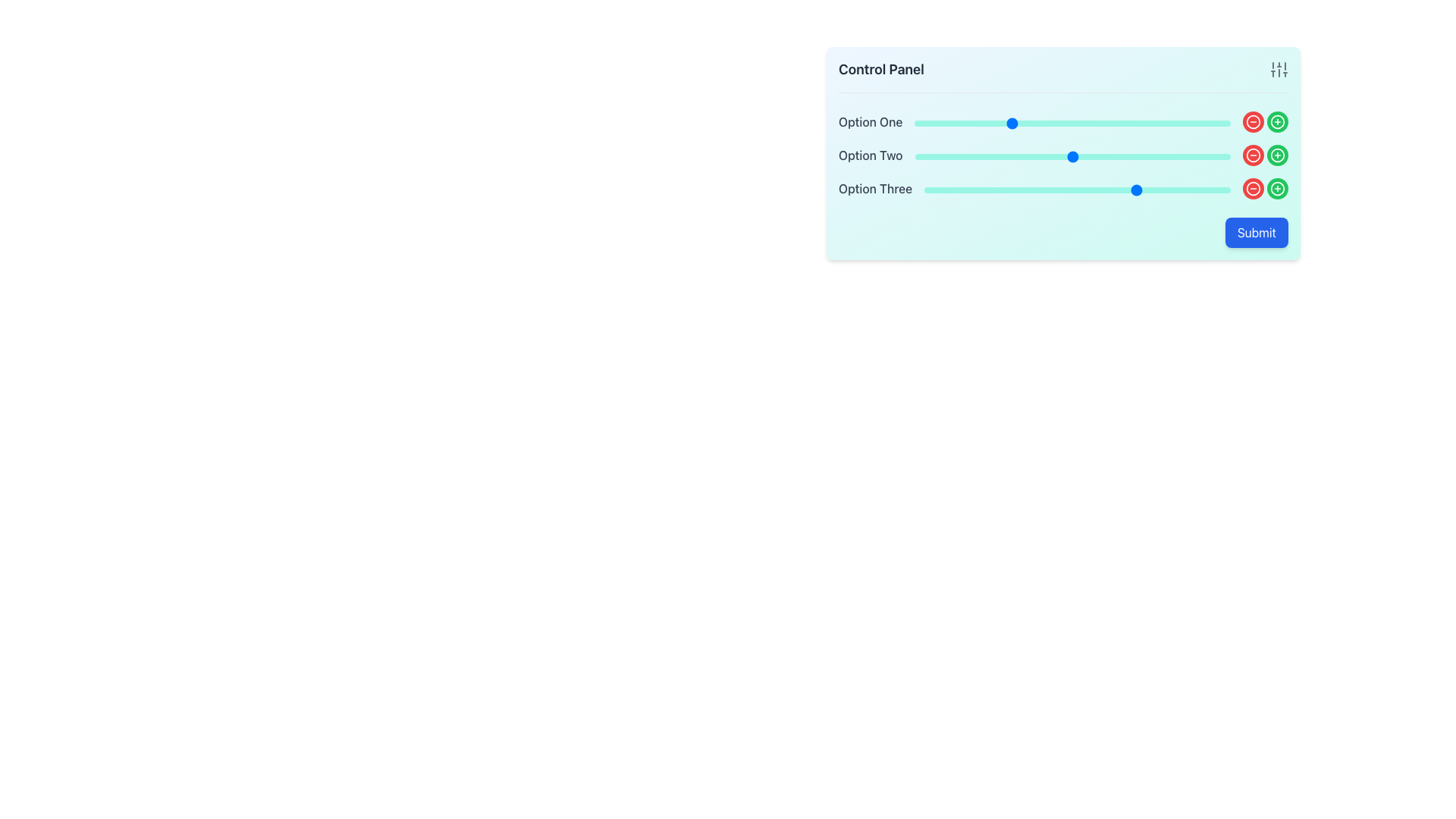  I want to click on the slider, so click(1059, 122).